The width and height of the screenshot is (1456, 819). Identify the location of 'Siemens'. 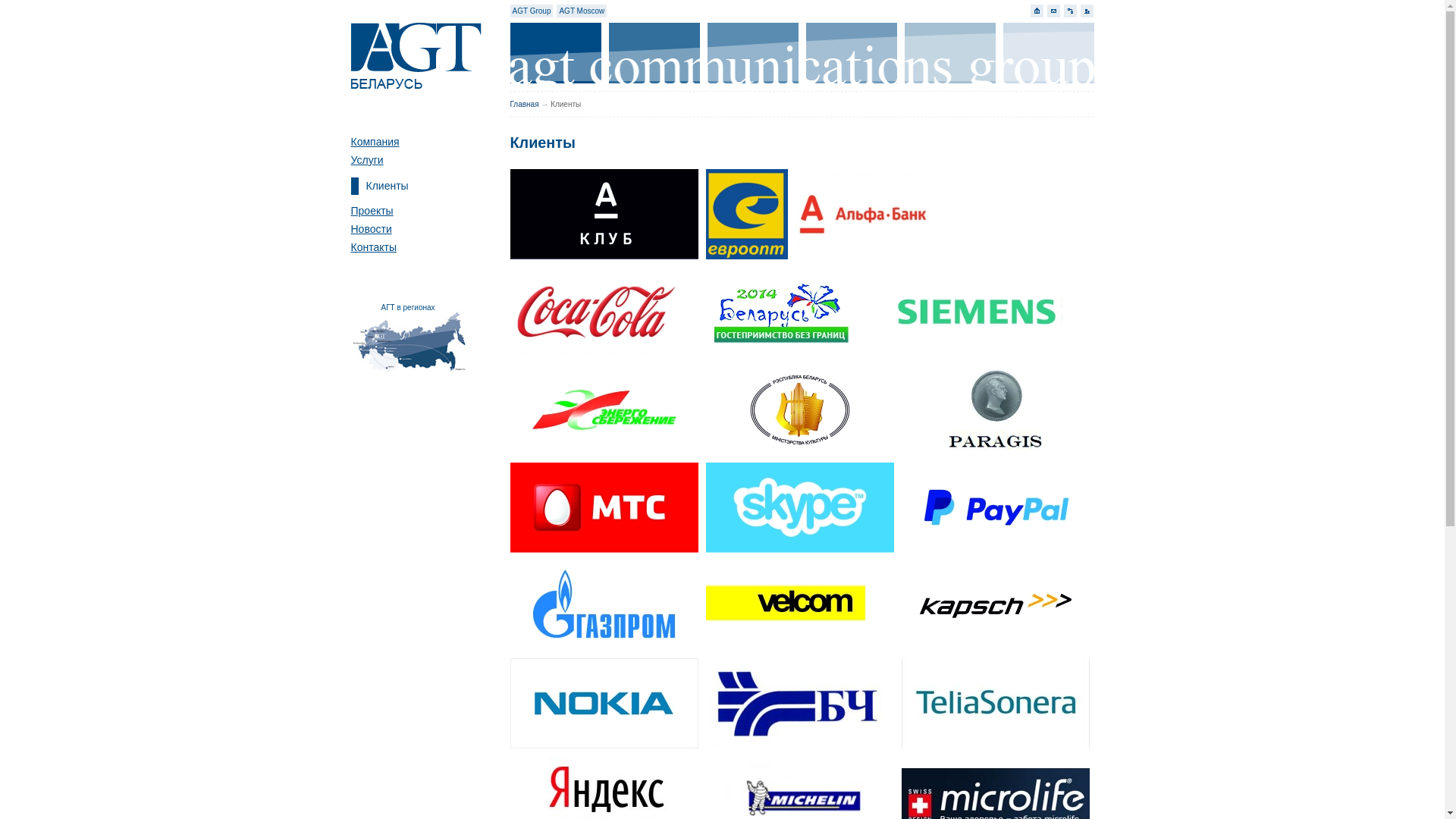
(882, 311).